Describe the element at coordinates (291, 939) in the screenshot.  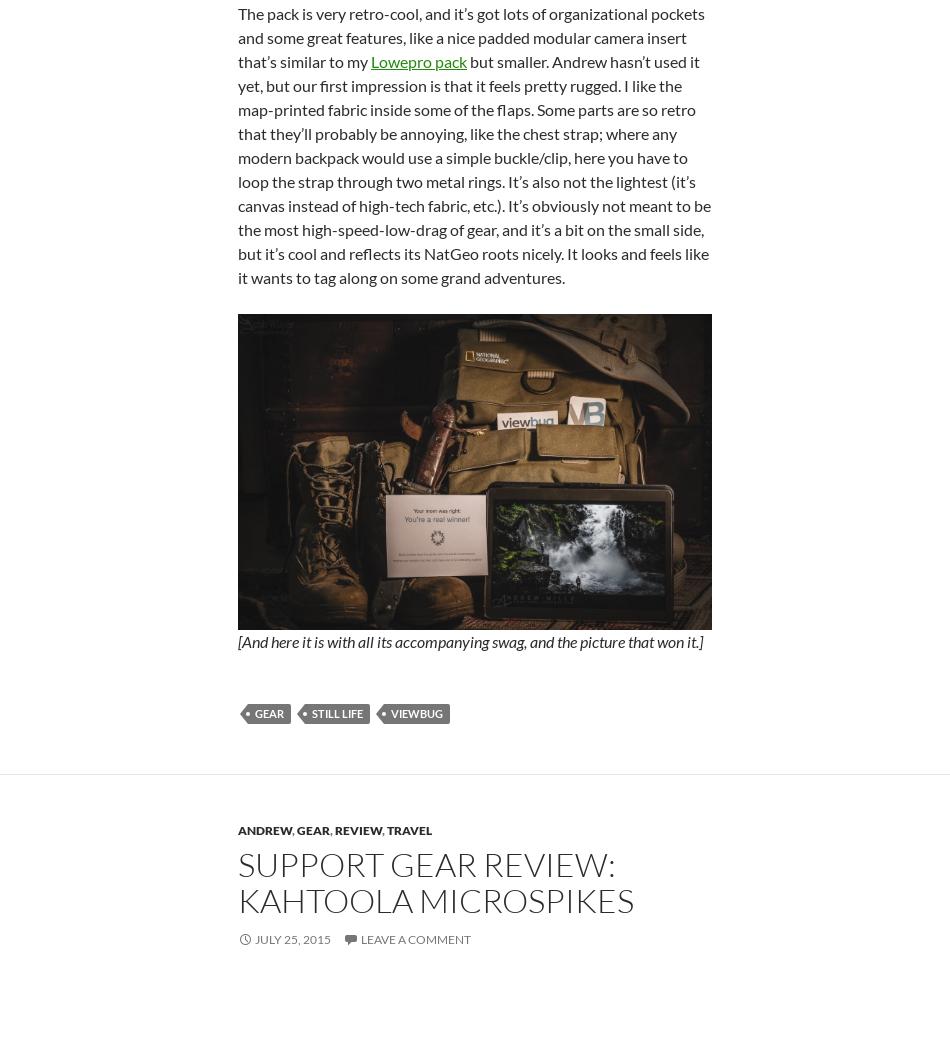
I see `'July 25, 2015'` at that location.